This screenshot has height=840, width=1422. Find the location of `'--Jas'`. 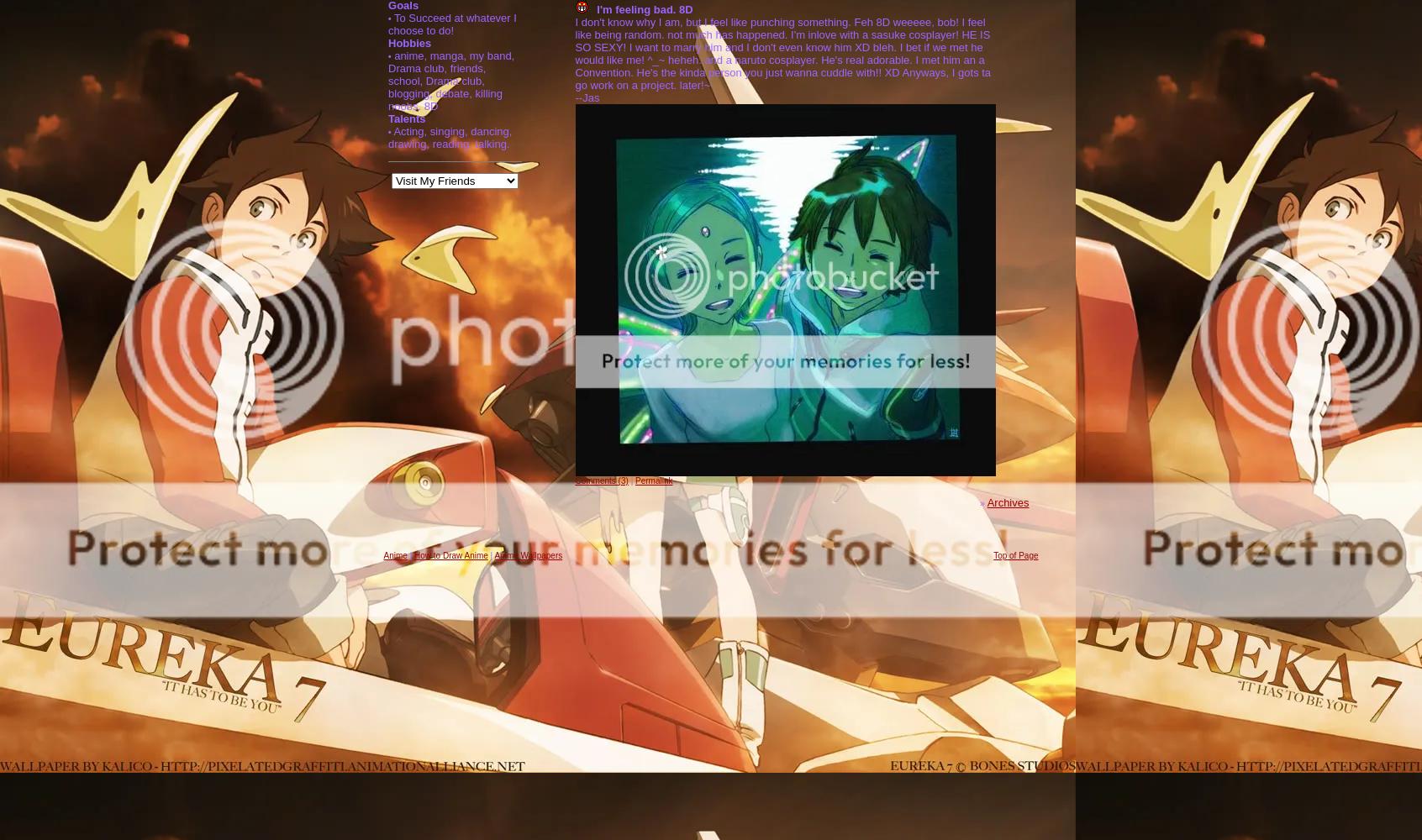

'--Jas' is located at coordinates (587, 97).